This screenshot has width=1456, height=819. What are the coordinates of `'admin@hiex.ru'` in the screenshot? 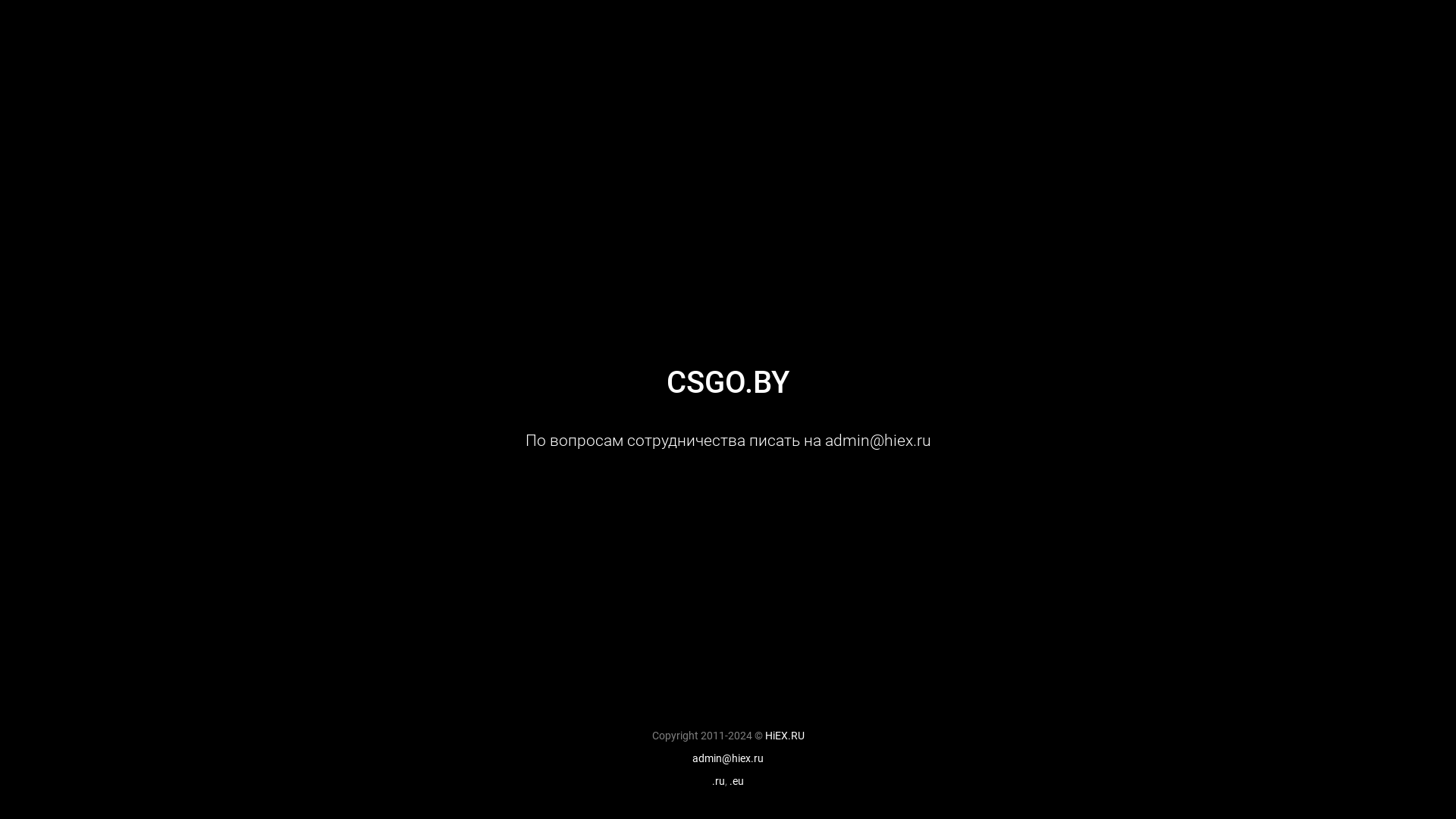 It's located at (728, 758).